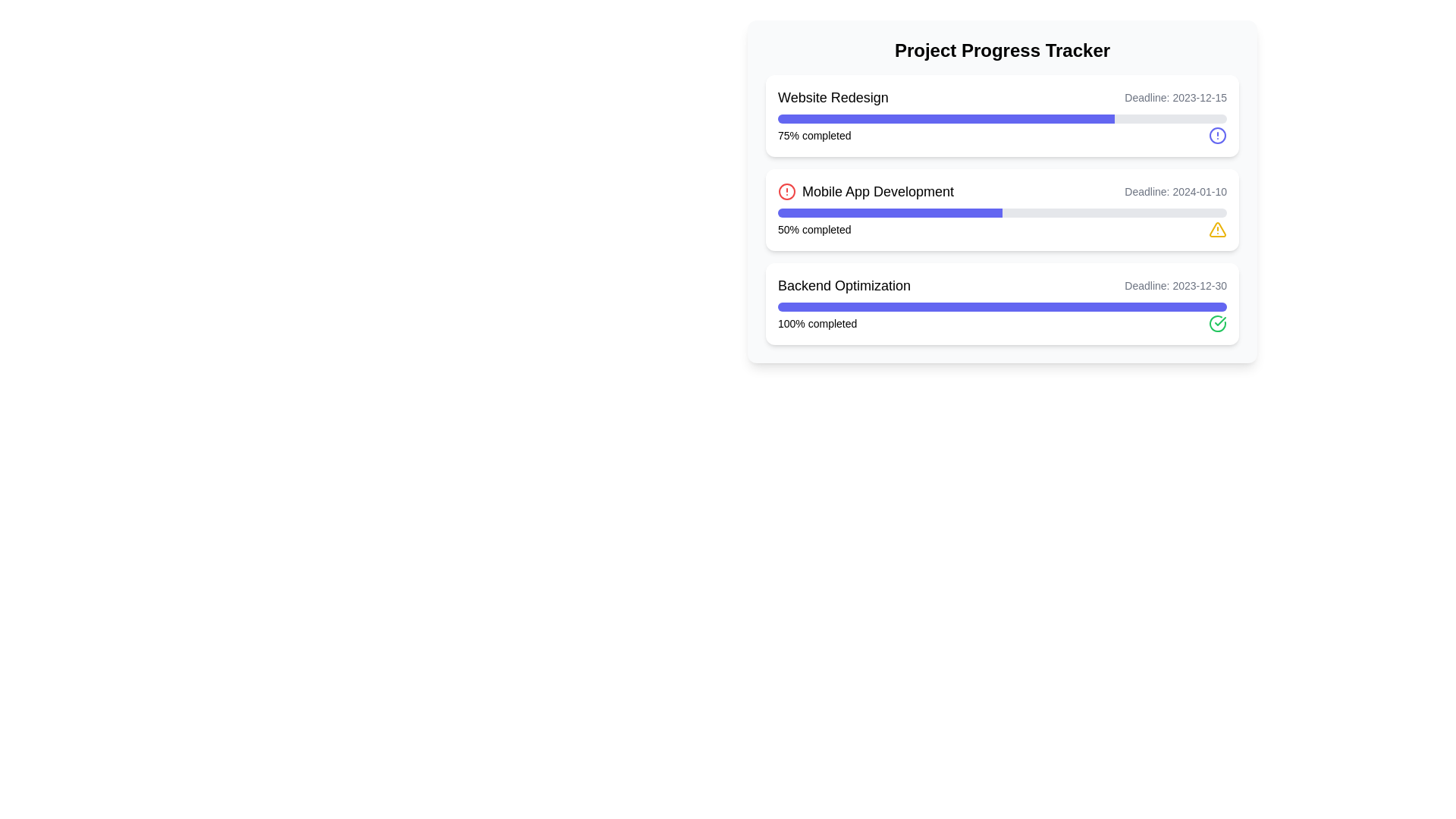  I want to click on progress bar of the 'Mobile App Development' project card, which is the second panel in the vertically stacked list of project panels, so click(1002, 210).